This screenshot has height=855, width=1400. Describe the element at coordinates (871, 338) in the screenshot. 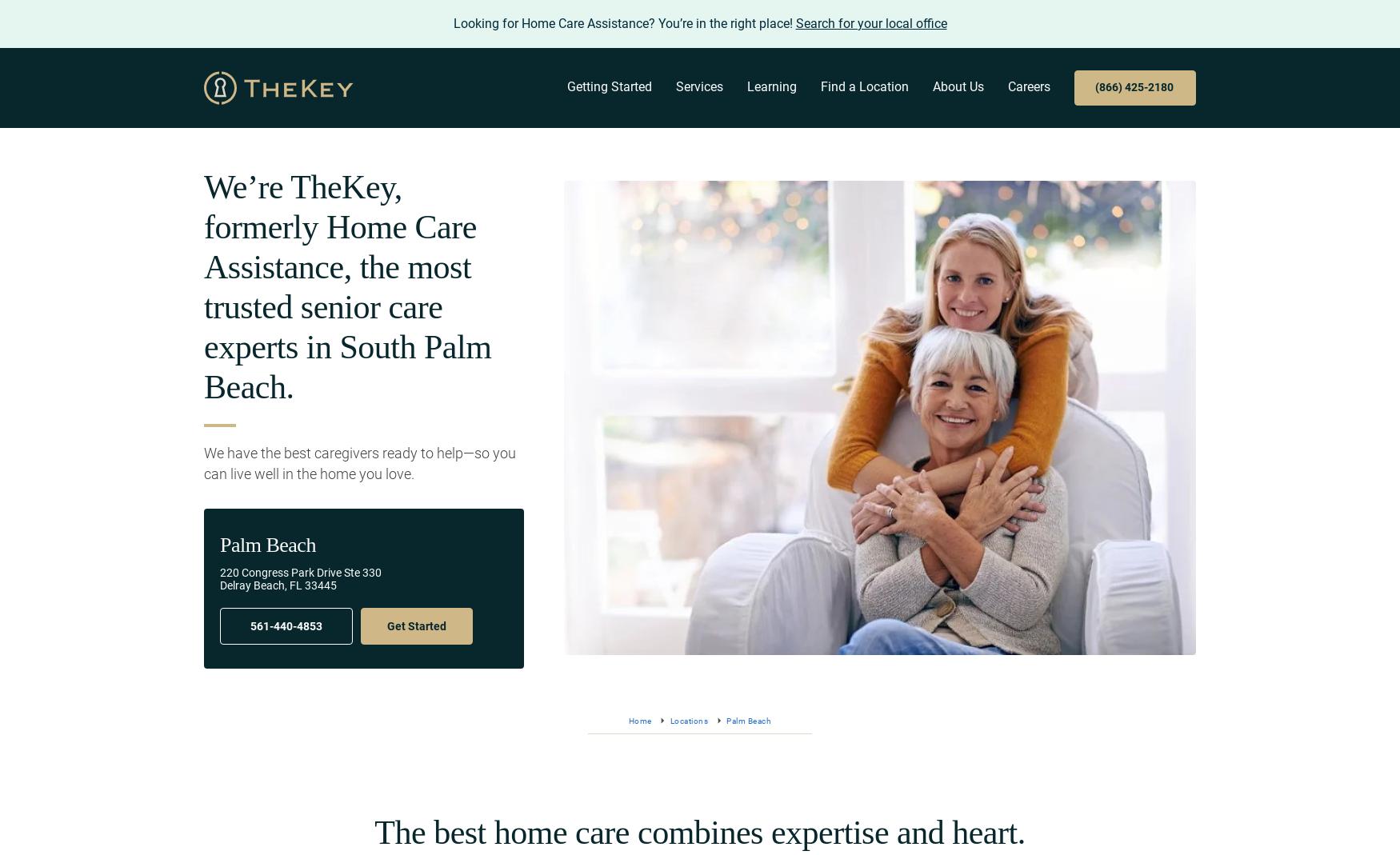

I see `'Press'` at that location.